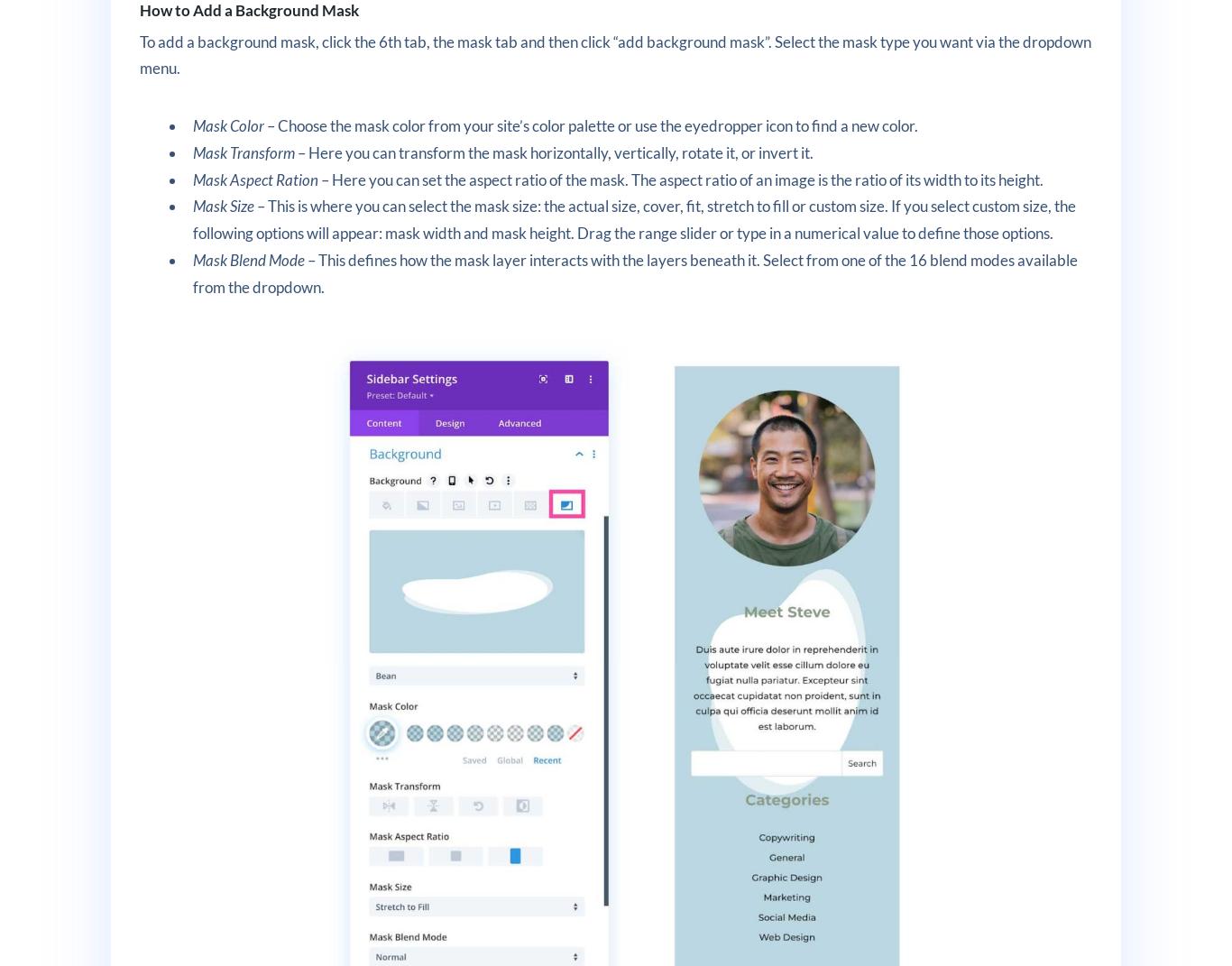 Image resolution: width=1232 pixels, height=966 pixels. What do you see at coordinates (635, 272) in the screenshot?
I see `'– This defines how the mask layer interacts with the layers beneath it. Select from one of the 16 blend modes available from the dropdown.'` at bounding box center [635, 272].